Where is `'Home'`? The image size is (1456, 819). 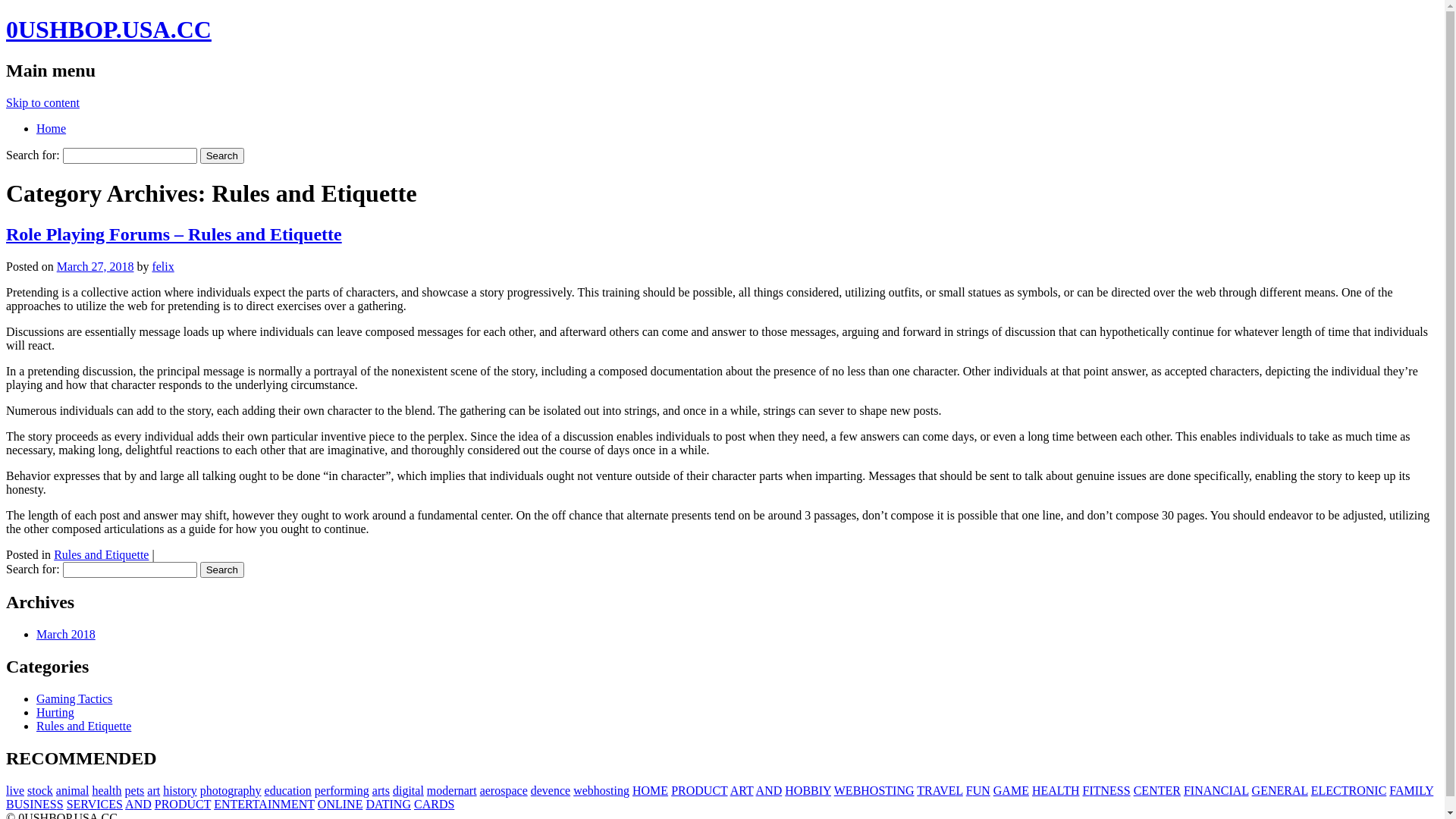
'Home' is located at coordinates (36, 127).